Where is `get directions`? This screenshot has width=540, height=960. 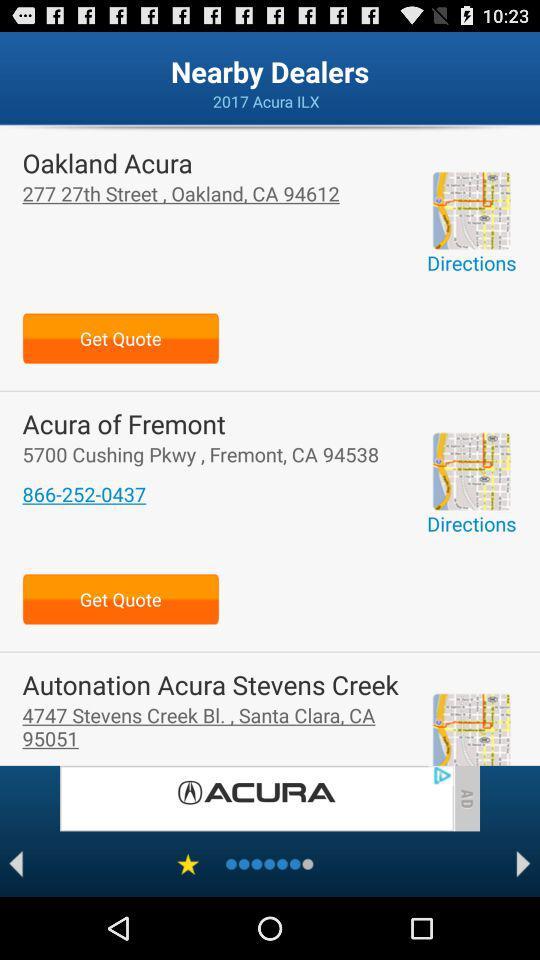 get directions is located at coordinates (471, 728).